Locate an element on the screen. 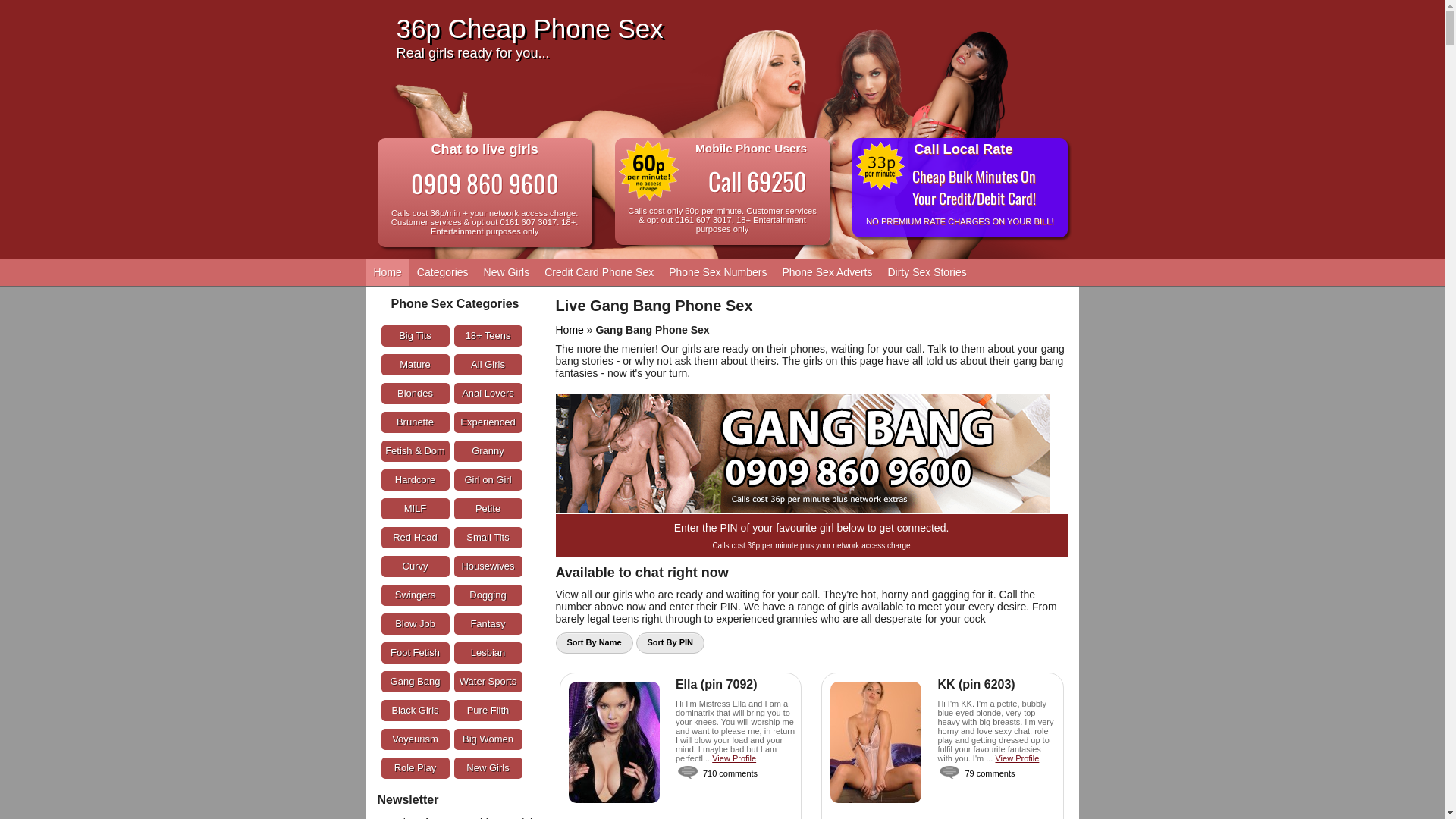 The height and width of the screenshot is (819, 1456). 'Lesbian' is located at coordinates (488, 651).